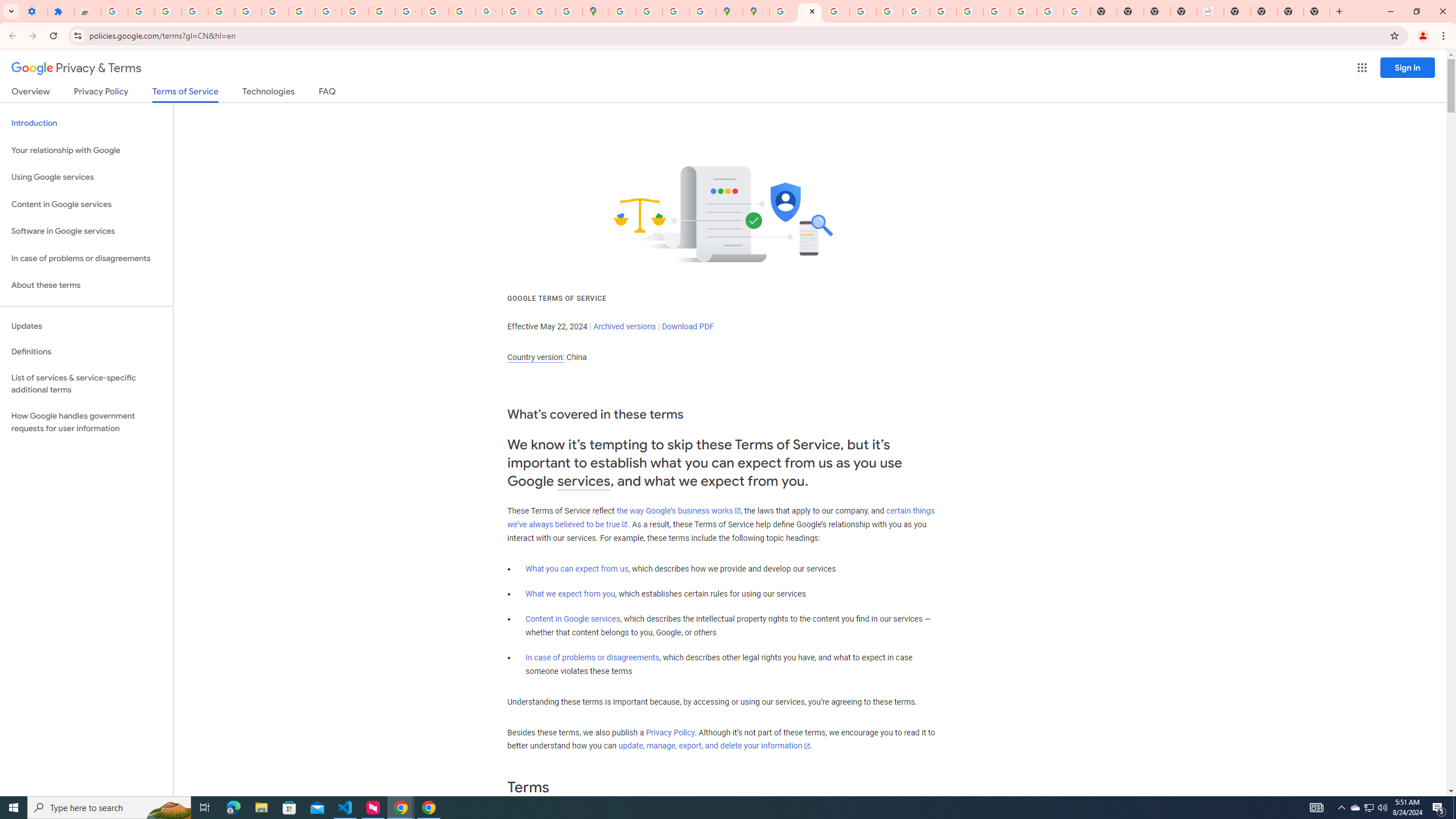  Describe the element at coordinates (34, 11) in the screenshot. I see `'Settings - On startup'` at that location.